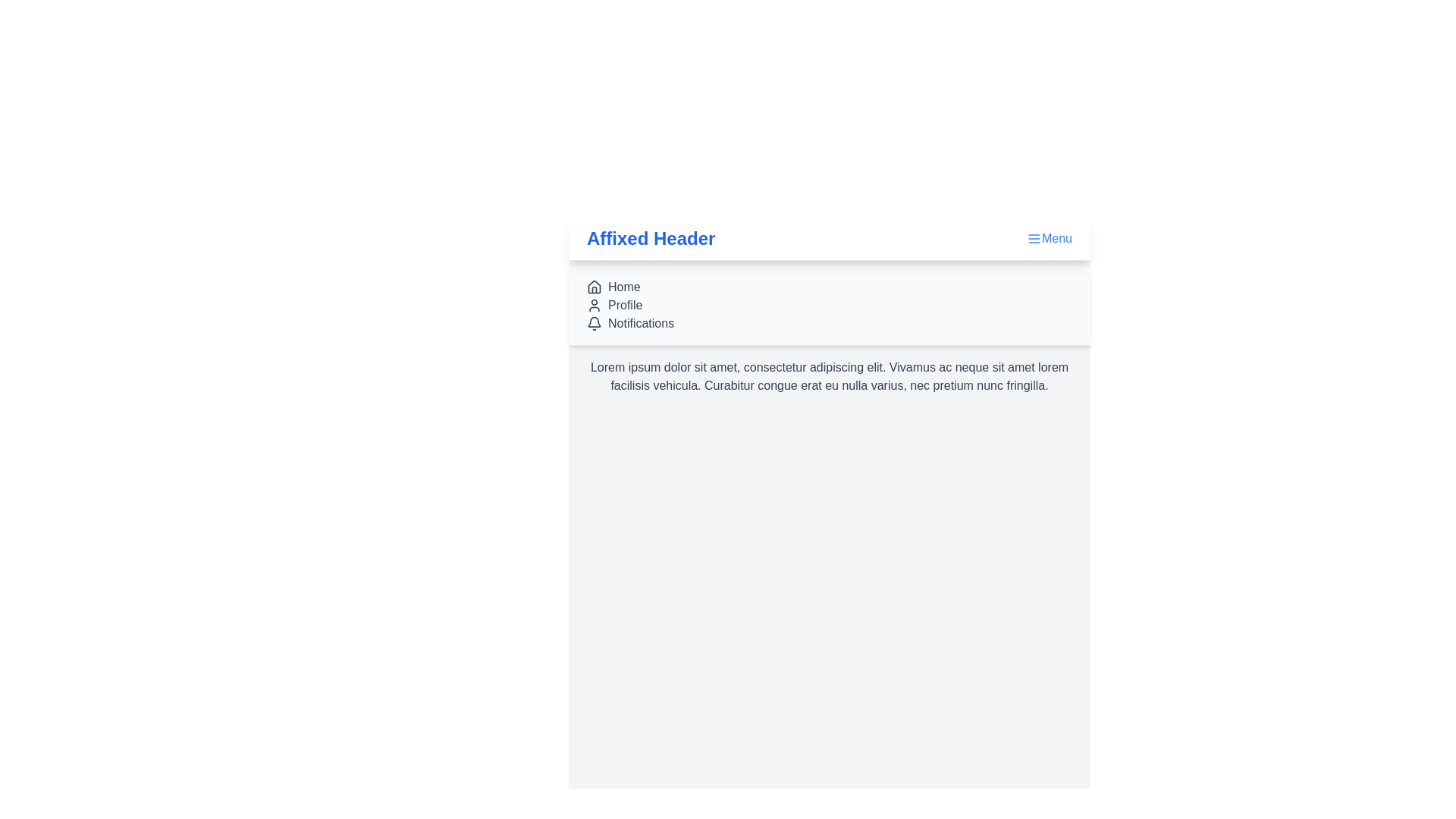 This screenshot has width=1456, height=819. What do you see at coordinates (593, 287) in the screenshot?
I see `the 'Home' navigation icon located at the top-left of the navigational panel` at bounding box center [593, 287].